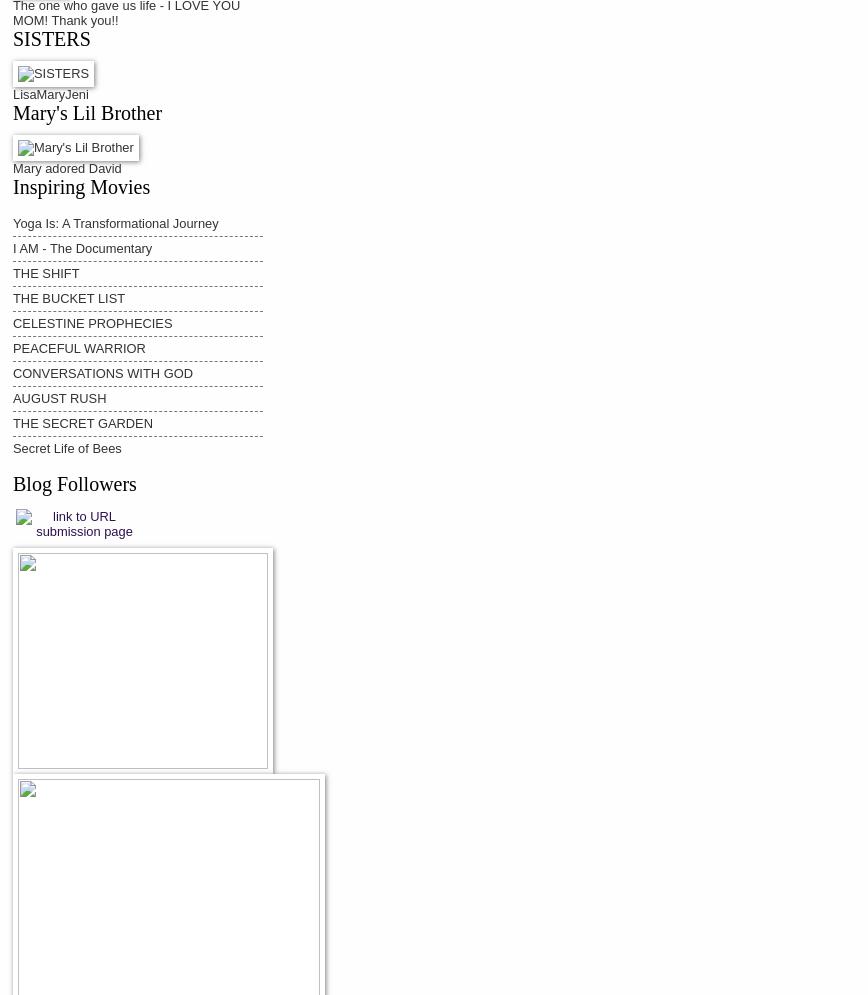  Describe the element at coordinates (82, 422) in the screenshot. I see `'THE SECRET GARDEN'` at that location.